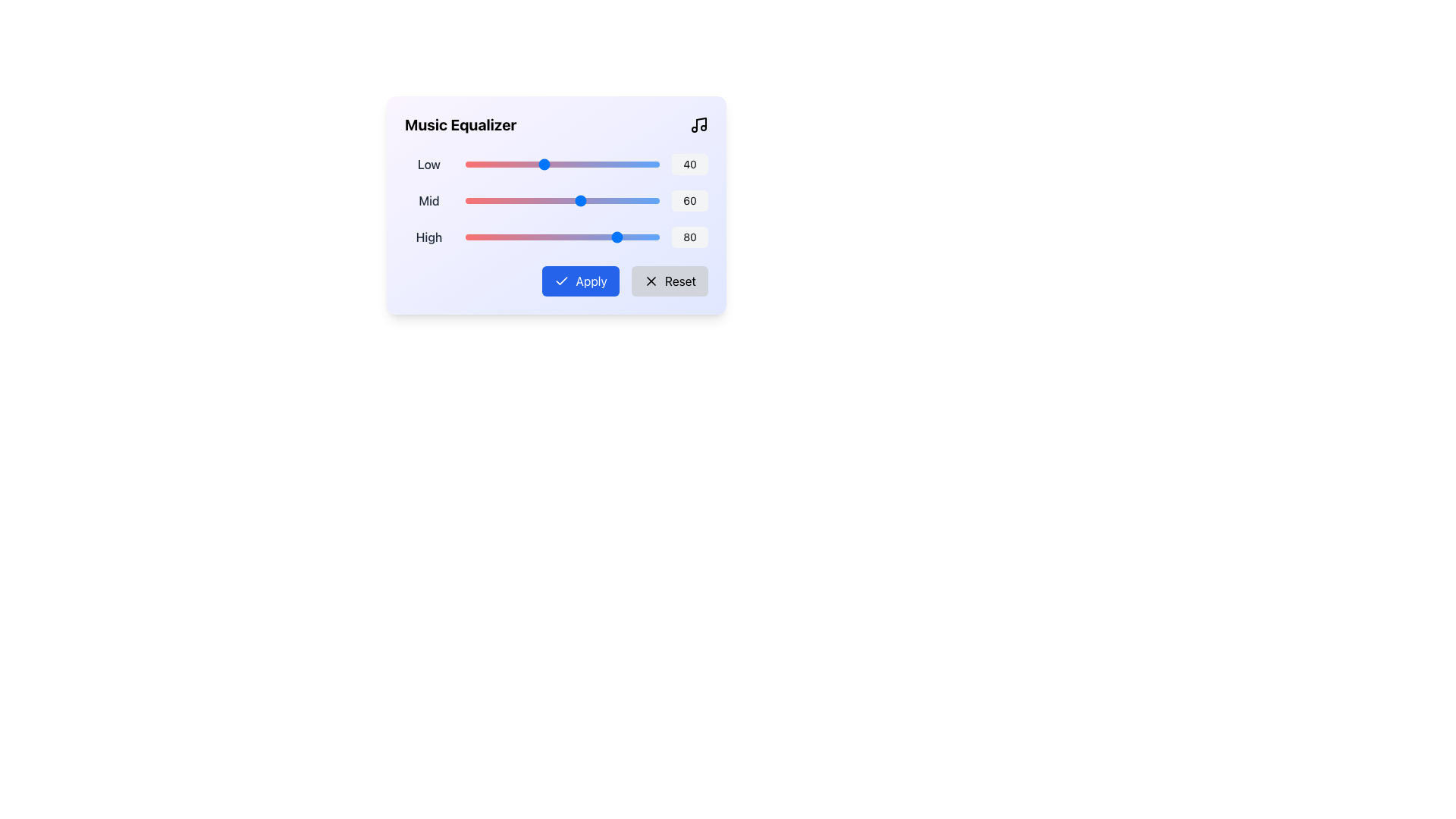 The image size is (1456, 819). Describe the element at coordinates (556, 281) in the screenshot. I see `the 'Apply' button located at the bottom-right corner of the panel` at that location.